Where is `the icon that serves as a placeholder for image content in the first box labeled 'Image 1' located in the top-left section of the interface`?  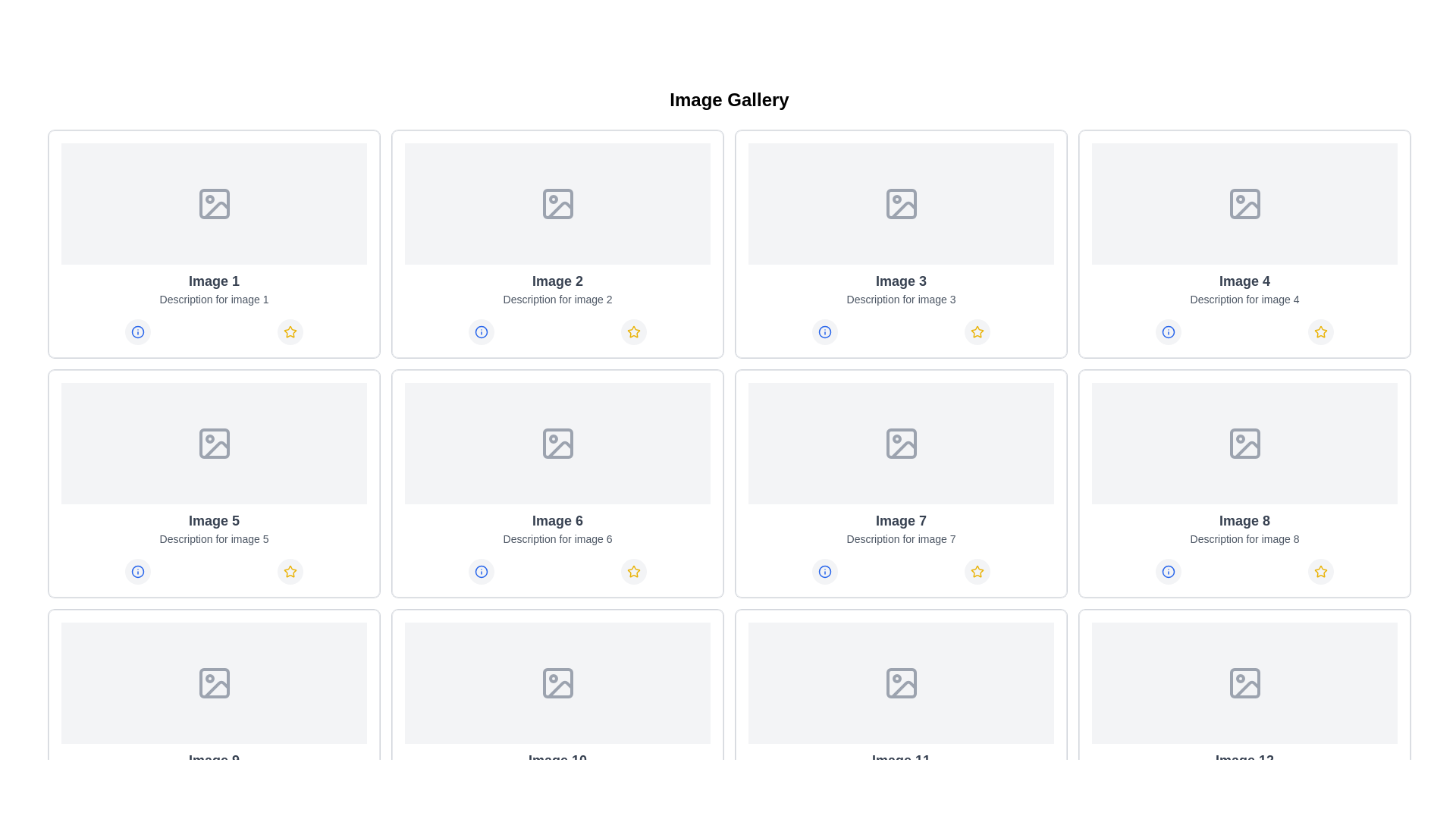
the icon that serves as a placeholder for image content in the first box labeled 'Image 1' located in the top-left section of the interface is located at coordinates (213, 203).